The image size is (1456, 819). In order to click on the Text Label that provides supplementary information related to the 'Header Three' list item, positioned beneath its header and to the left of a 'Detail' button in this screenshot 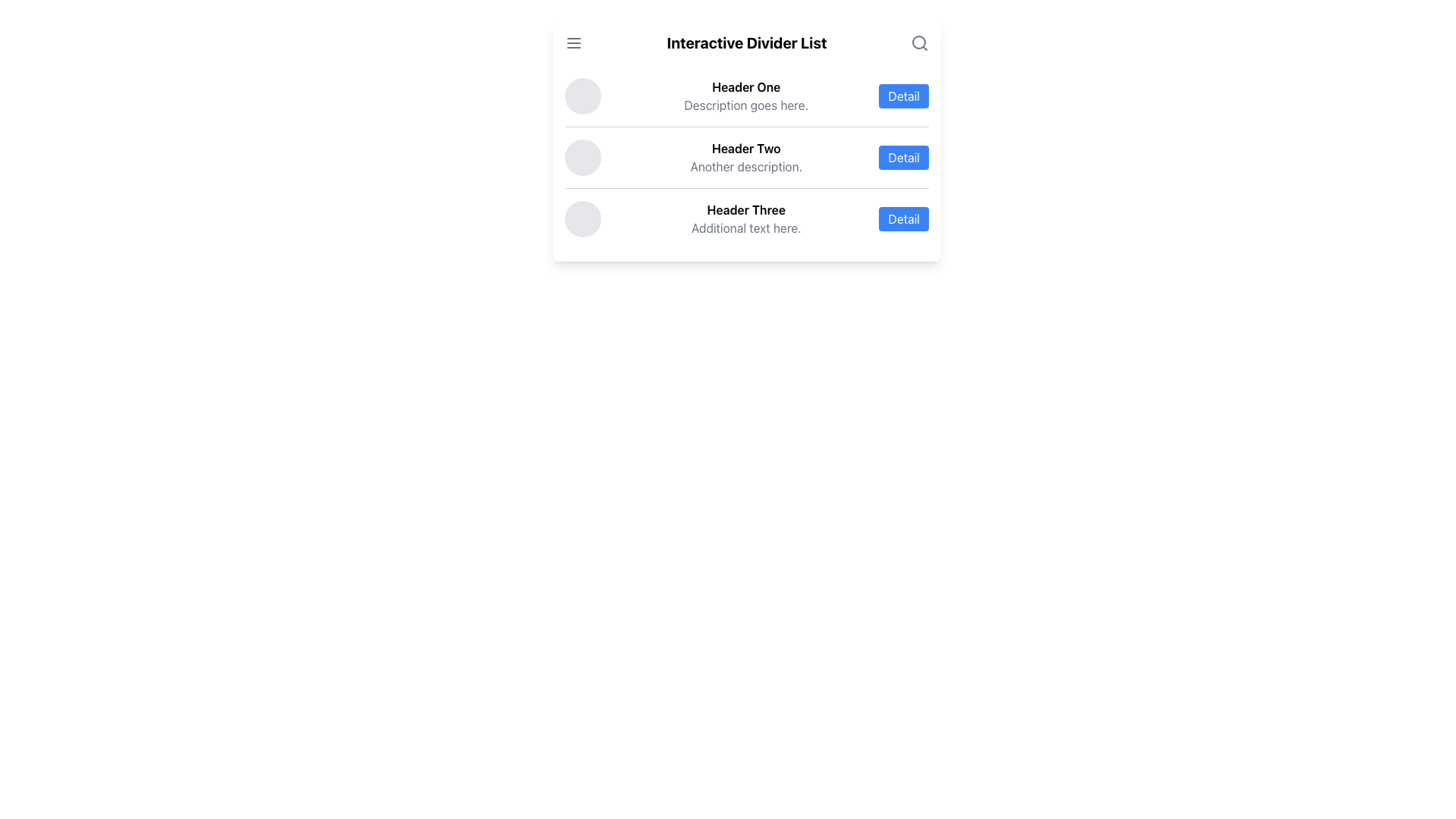, I will do `click(746, 227)`.